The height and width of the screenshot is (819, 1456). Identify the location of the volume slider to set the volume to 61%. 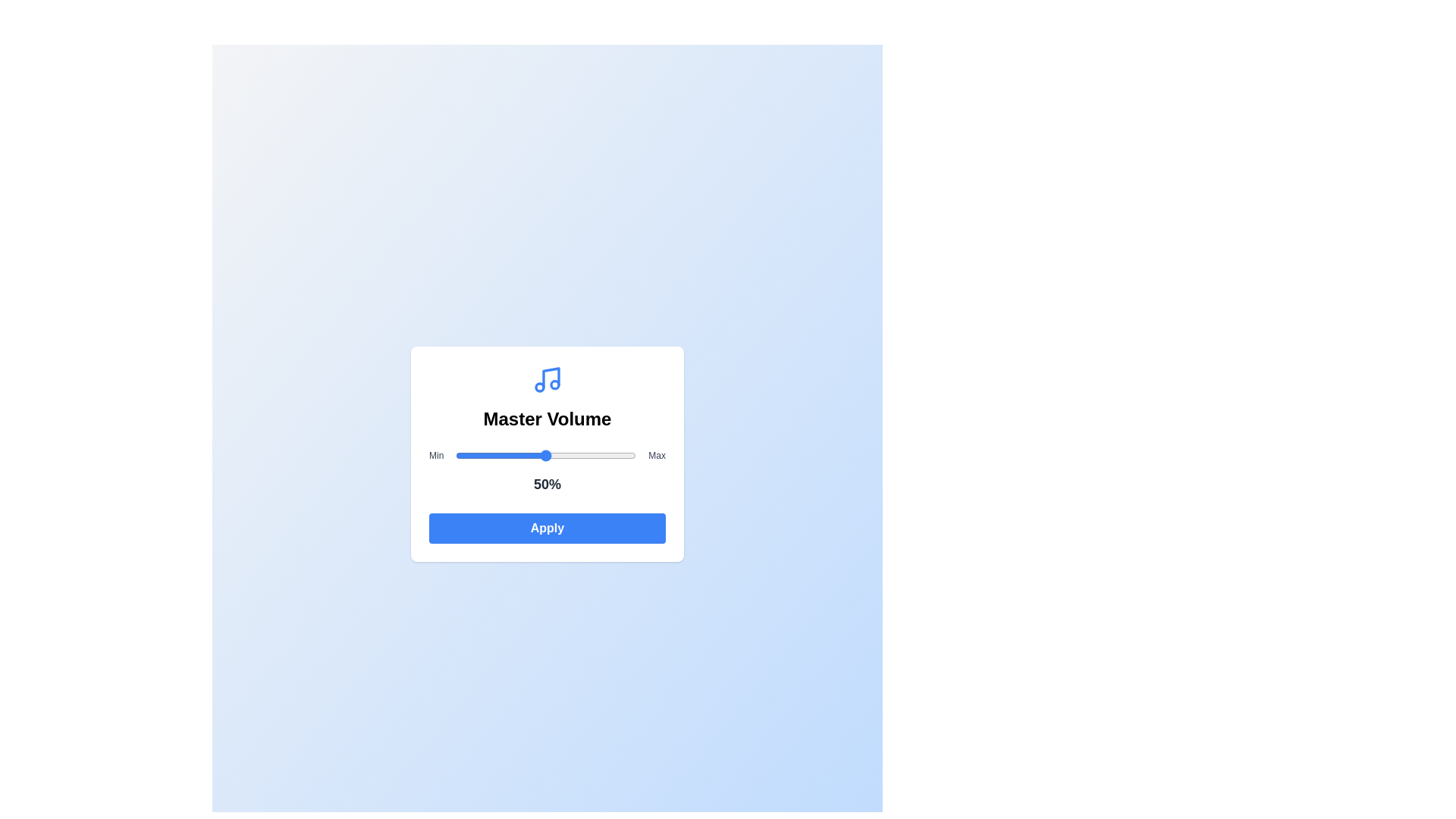
(565, 455).